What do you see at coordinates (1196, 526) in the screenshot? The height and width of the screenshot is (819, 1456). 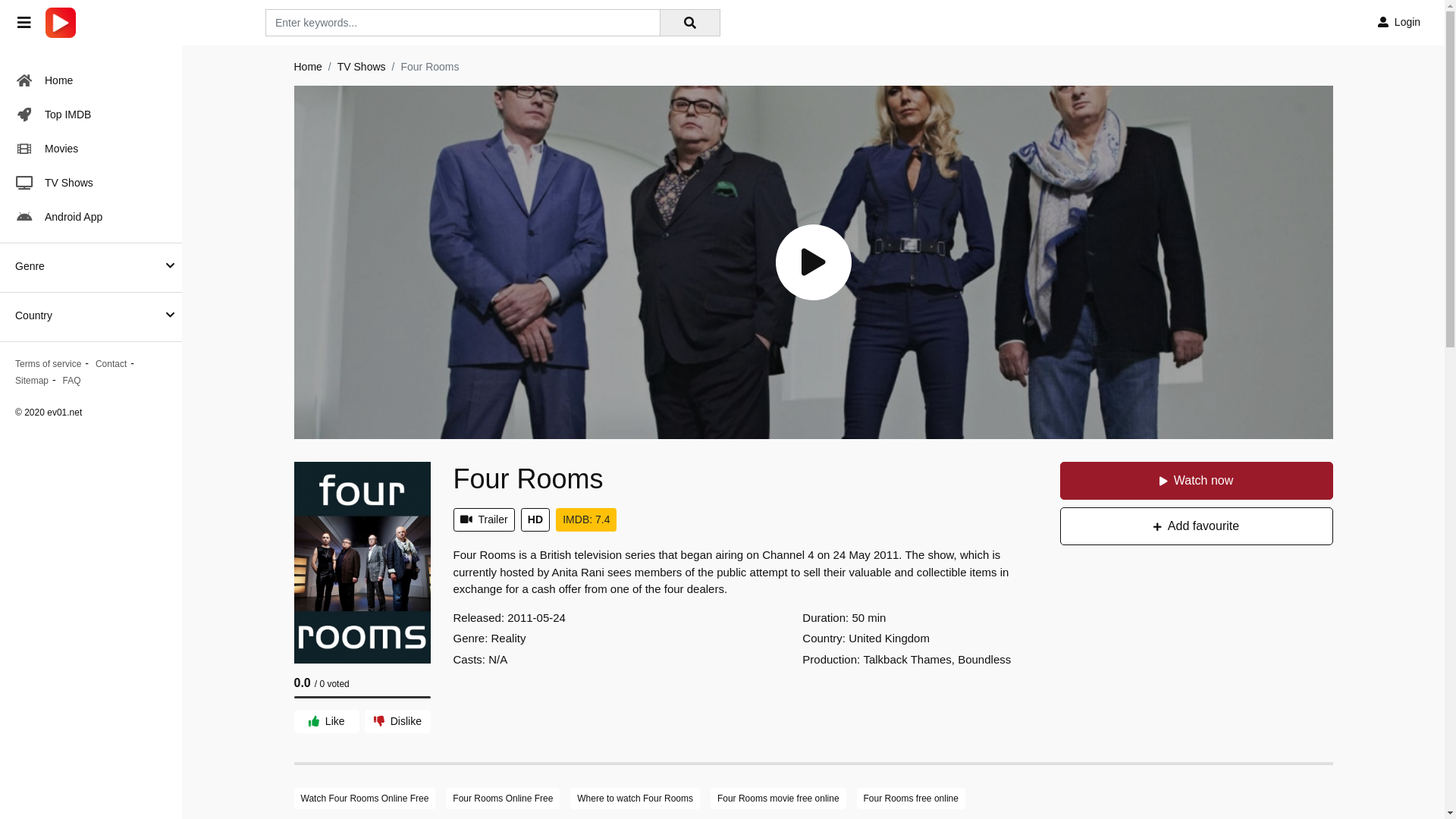 I see `'Add favourite'` at bounding box center [1196, 526].